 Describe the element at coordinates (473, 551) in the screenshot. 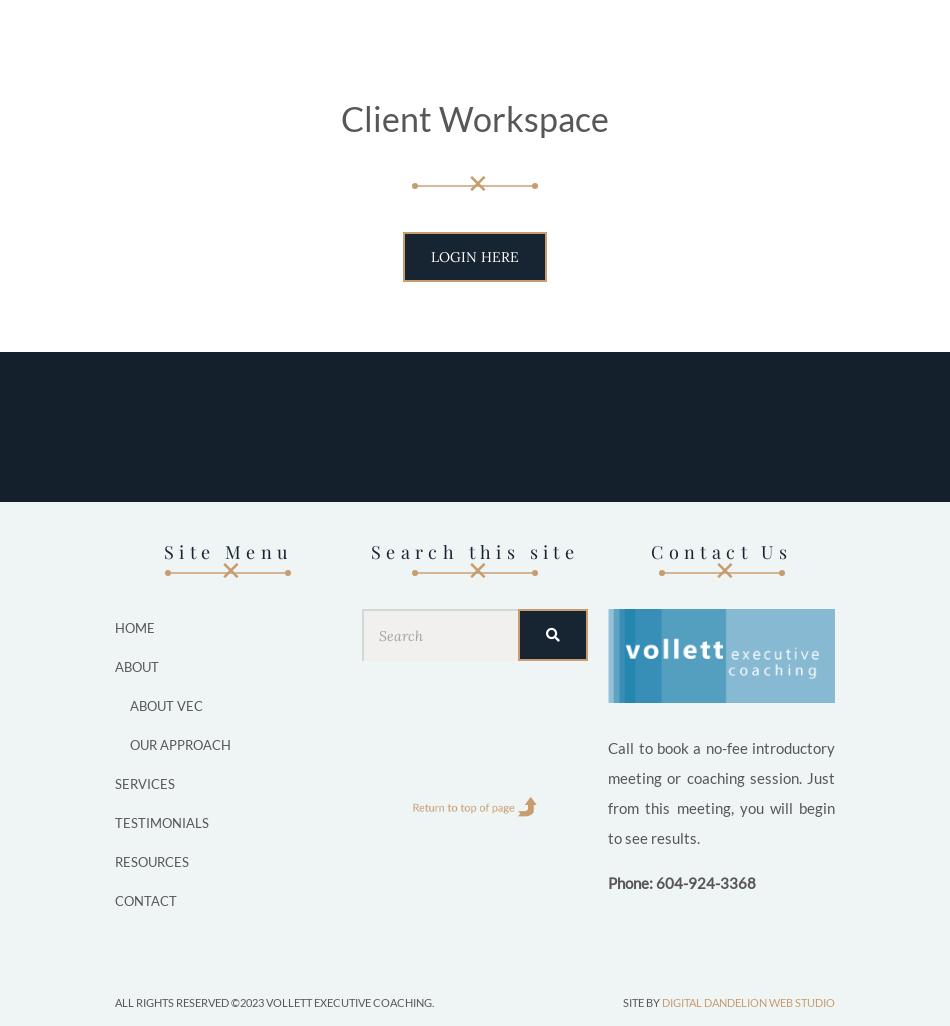

I see `'Search this site'` at that location.